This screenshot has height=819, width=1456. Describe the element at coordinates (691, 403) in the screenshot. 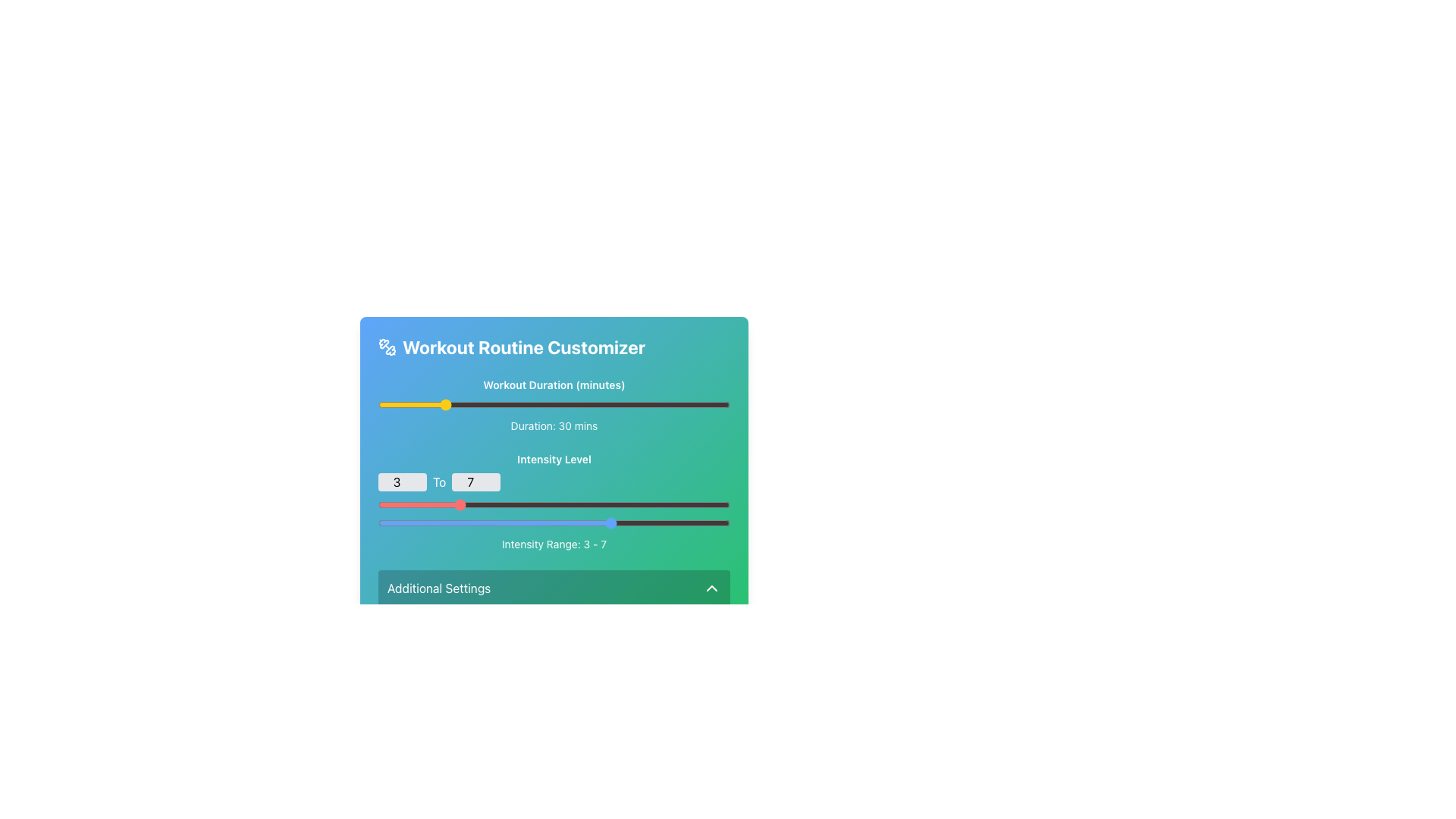

I see `workout duration` at that location.